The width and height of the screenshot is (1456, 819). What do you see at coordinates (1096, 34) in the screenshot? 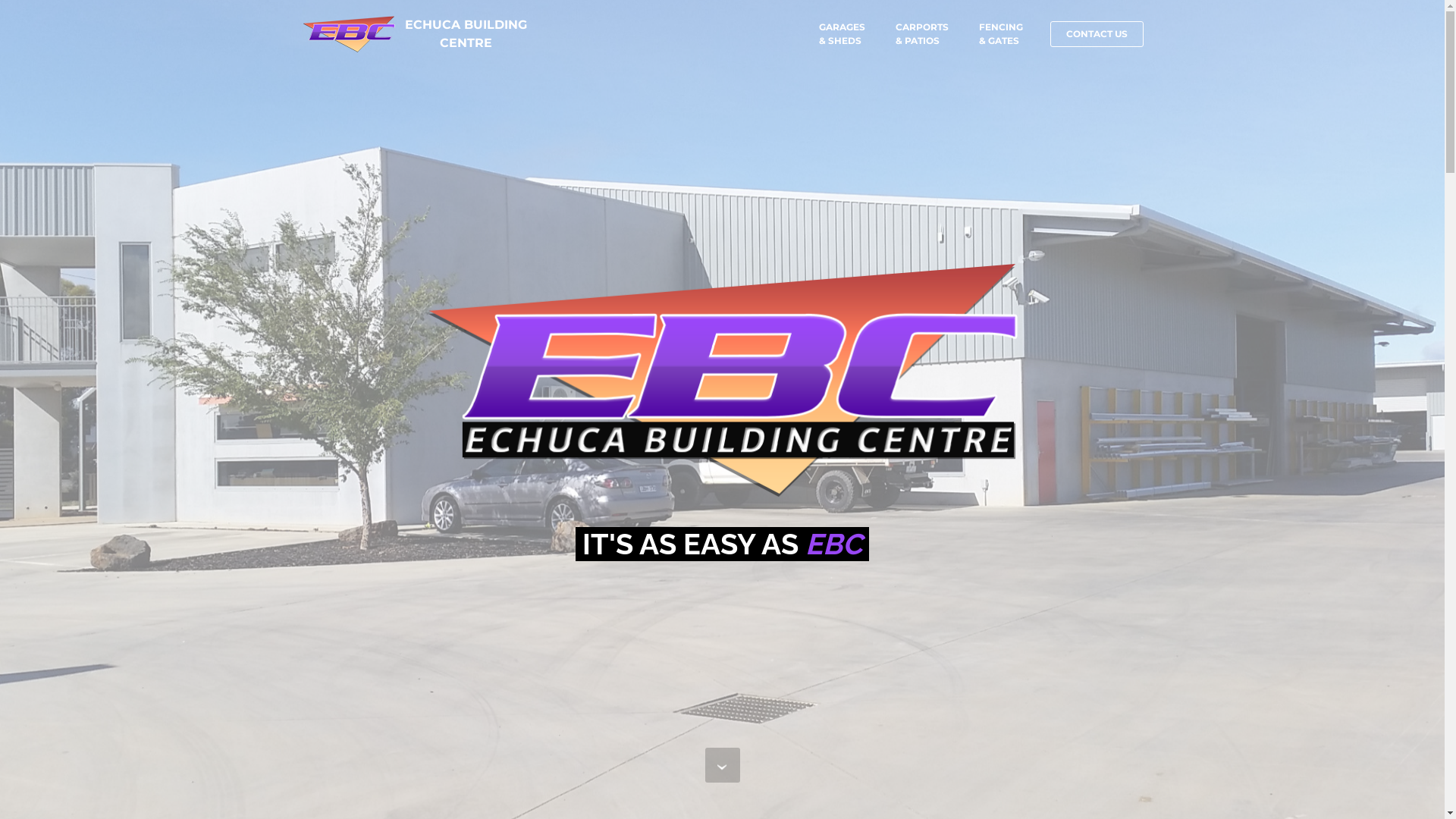
I see `'CONTACT US'` at bounding box center [1096, 34].